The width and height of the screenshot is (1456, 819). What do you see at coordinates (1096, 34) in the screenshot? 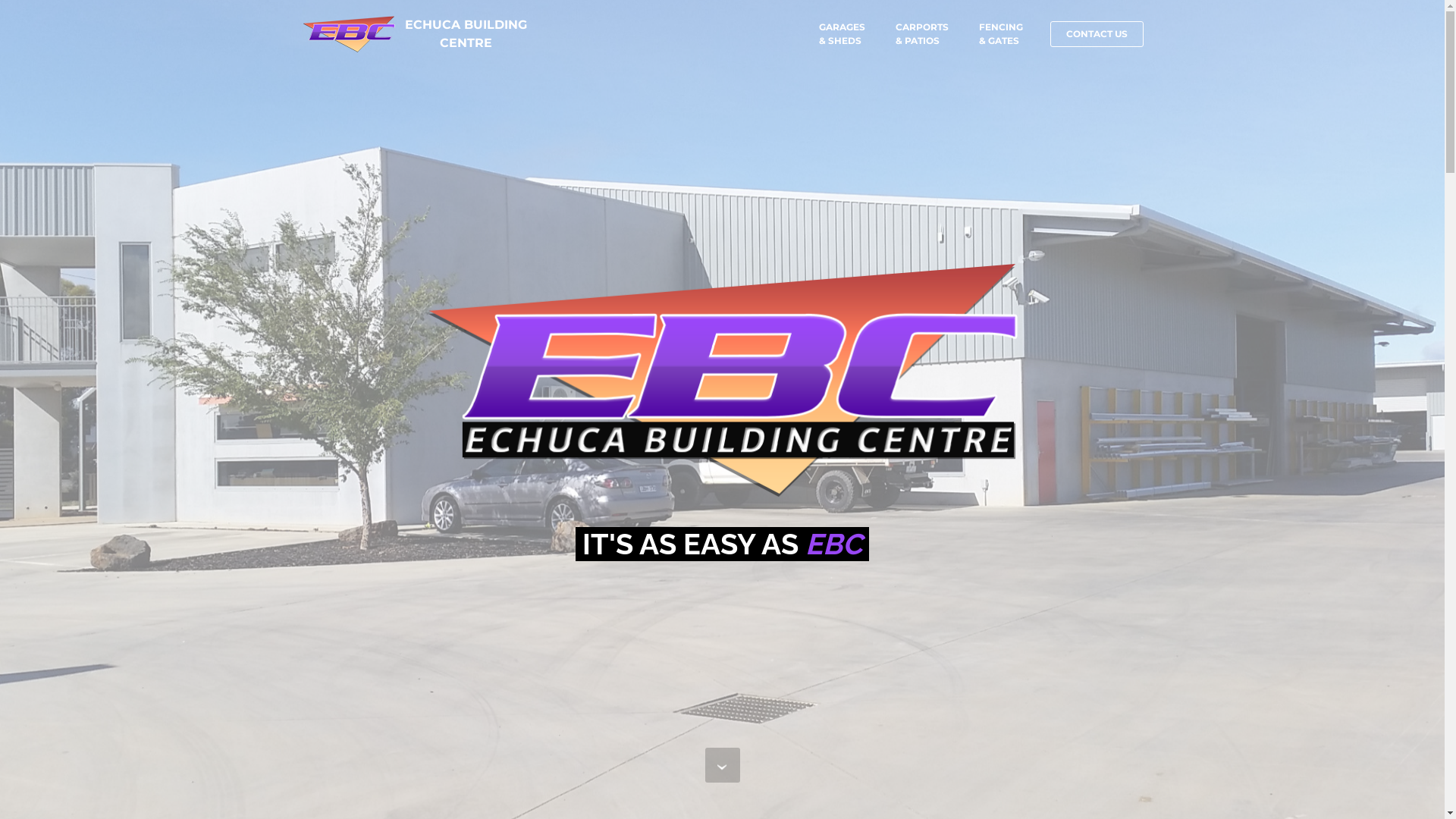
I see `'CONTACT US'` at bounding box center [1096, 34].